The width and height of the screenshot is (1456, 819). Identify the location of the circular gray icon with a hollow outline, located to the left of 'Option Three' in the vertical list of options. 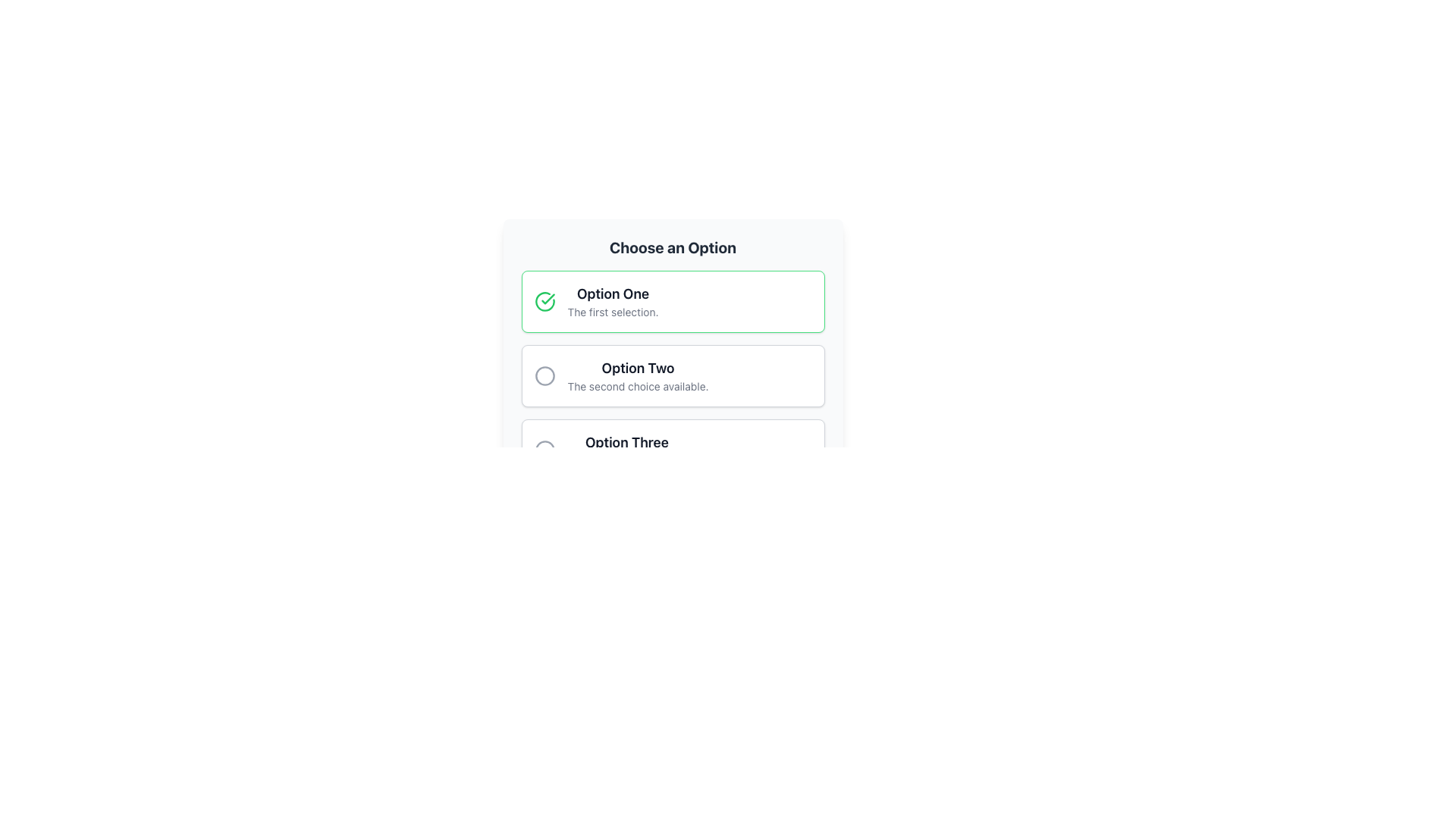
(544, 450).